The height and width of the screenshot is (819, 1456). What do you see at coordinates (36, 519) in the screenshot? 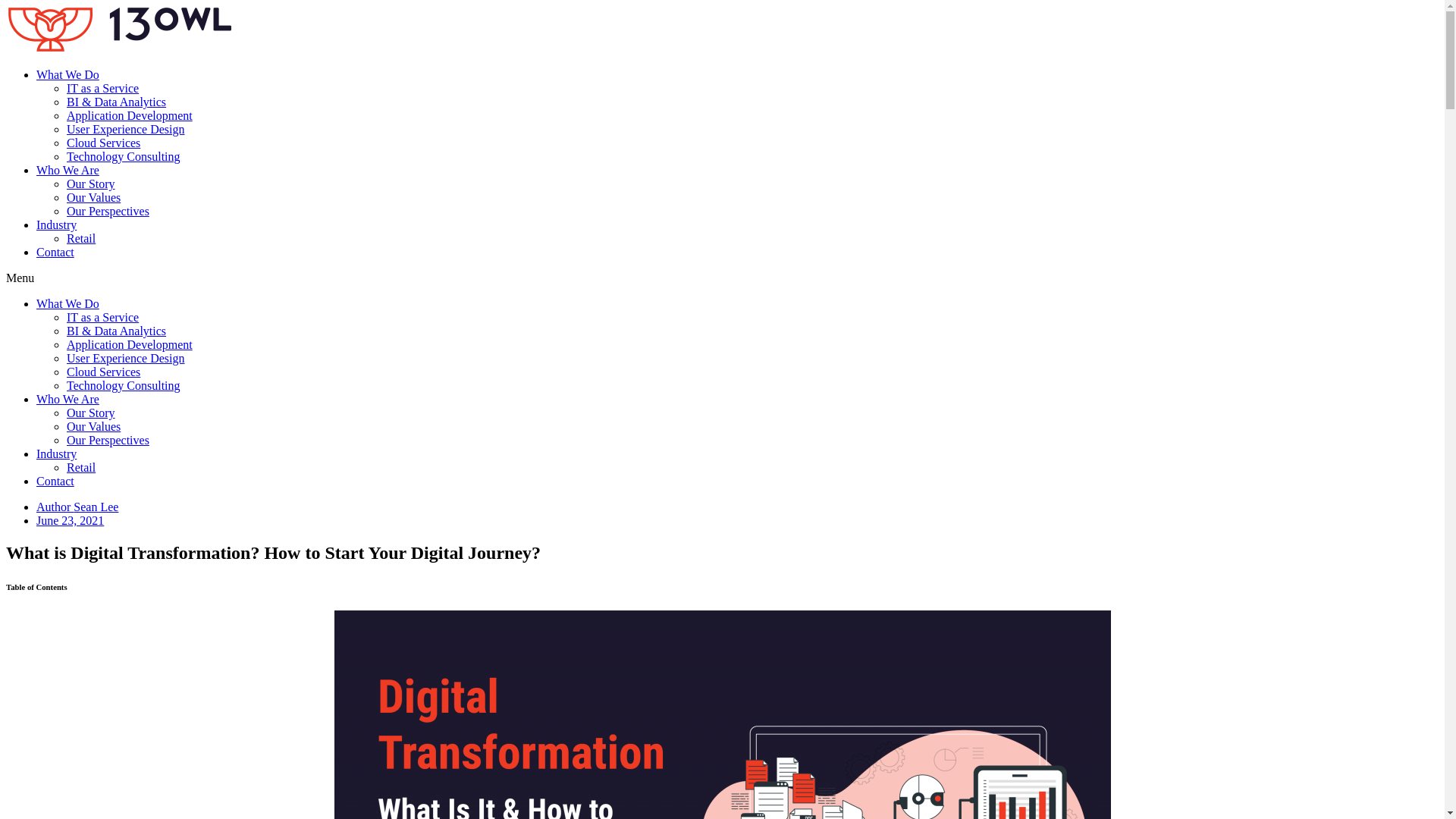
I see `'June 23, 2021'` at bounding box center [36, 519].